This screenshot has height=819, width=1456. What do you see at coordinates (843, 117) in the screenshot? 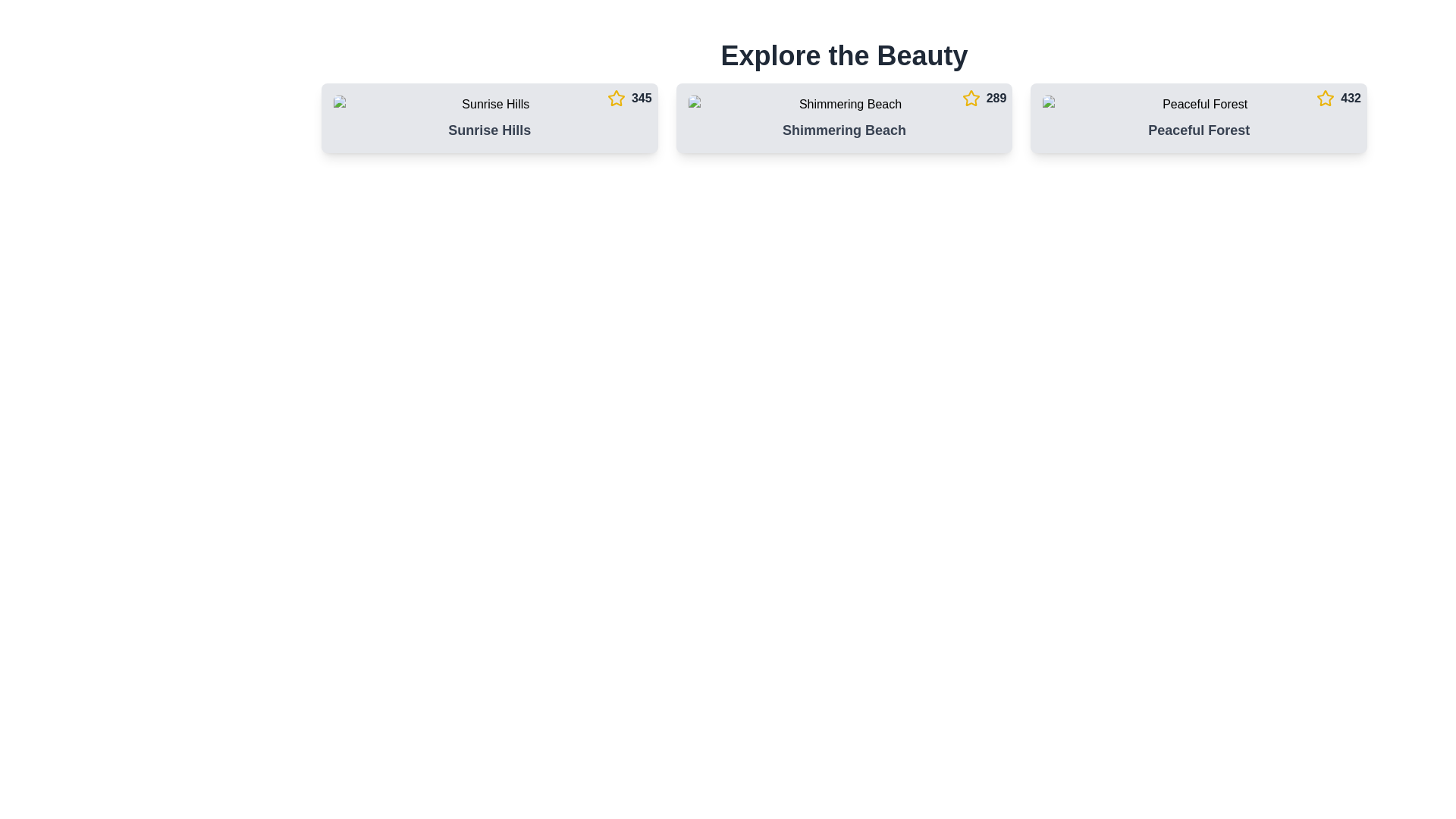
I see `the 'Shimmering Beach' card element, which features a rounded gray background, an image placeholder, and a yellow star icon with the number '289' in the top right corner` at bounding box center [843, 117].